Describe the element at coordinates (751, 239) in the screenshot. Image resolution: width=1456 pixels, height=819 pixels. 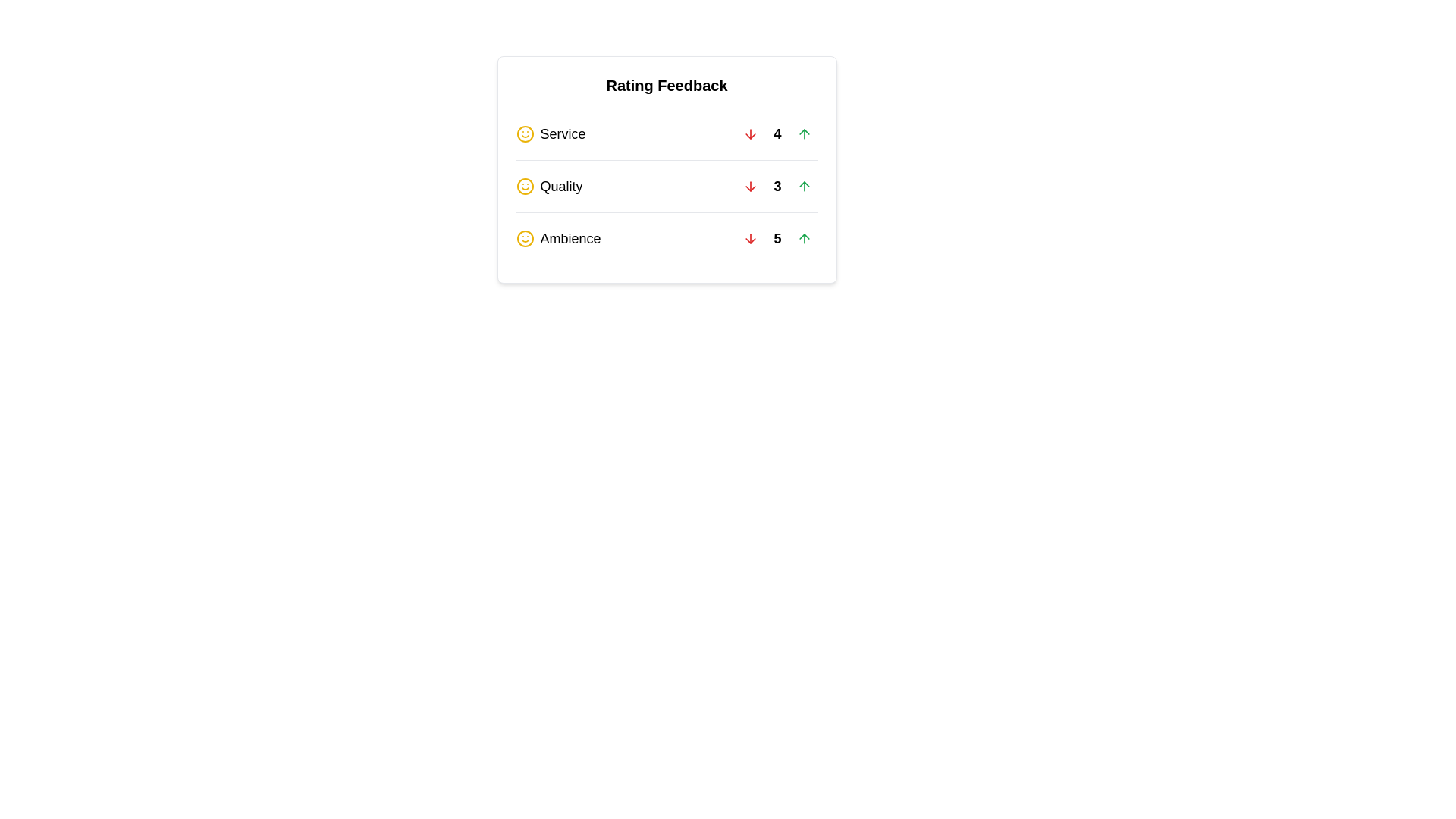
I see `the downward arrow button, which is bold red and located to the right of the 'Ambience' label, to lower the rating` at that location.